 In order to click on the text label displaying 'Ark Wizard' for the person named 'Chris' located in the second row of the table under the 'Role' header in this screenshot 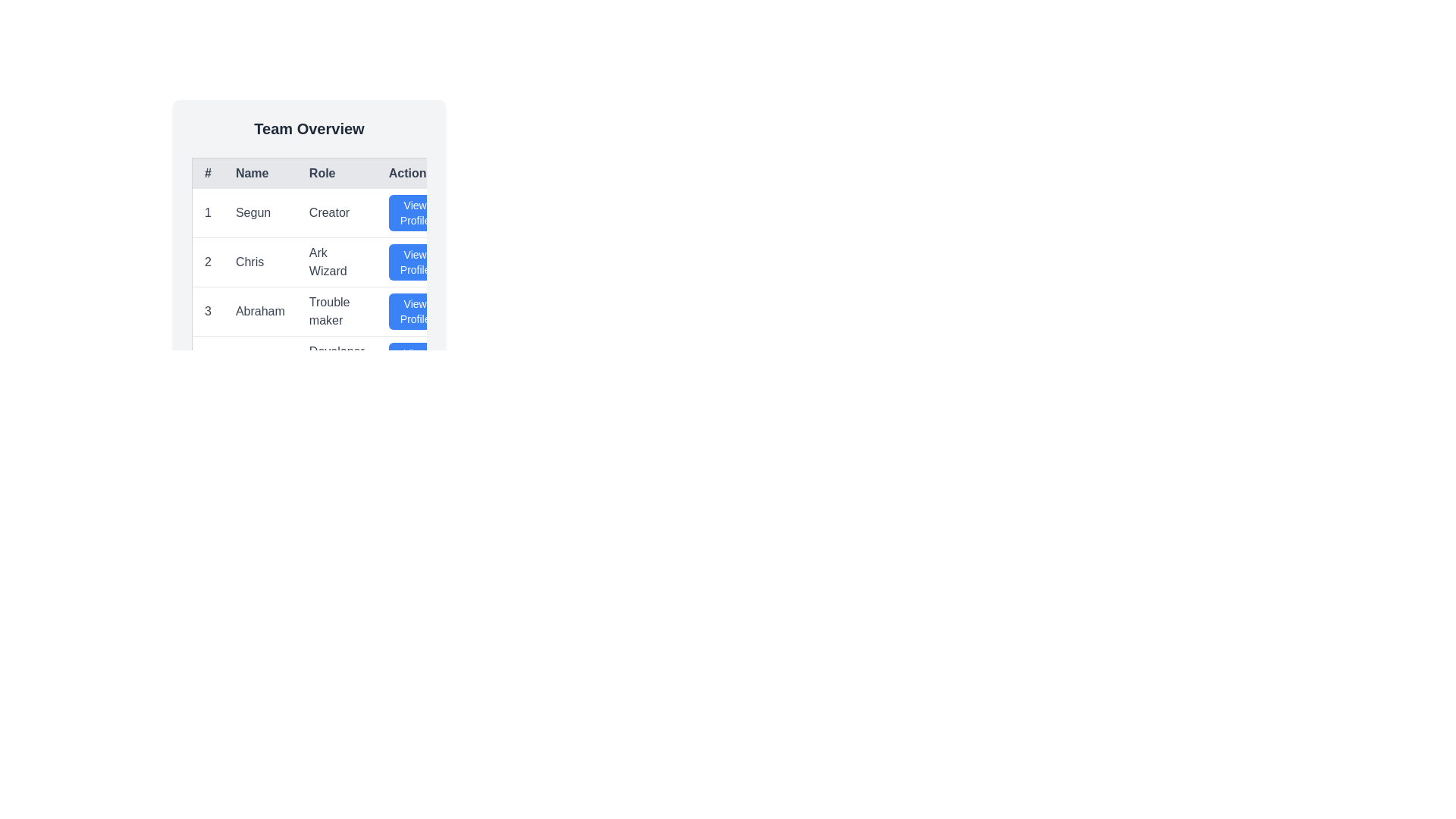, I will do `click(336, 262)`.